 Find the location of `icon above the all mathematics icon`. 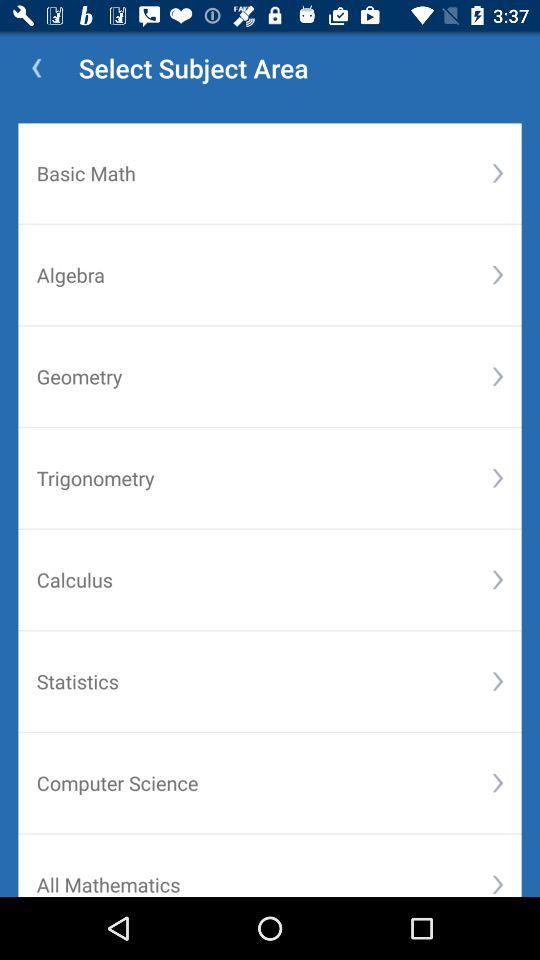

icon above the all mathematics icon is located at coordinates (264, 783).